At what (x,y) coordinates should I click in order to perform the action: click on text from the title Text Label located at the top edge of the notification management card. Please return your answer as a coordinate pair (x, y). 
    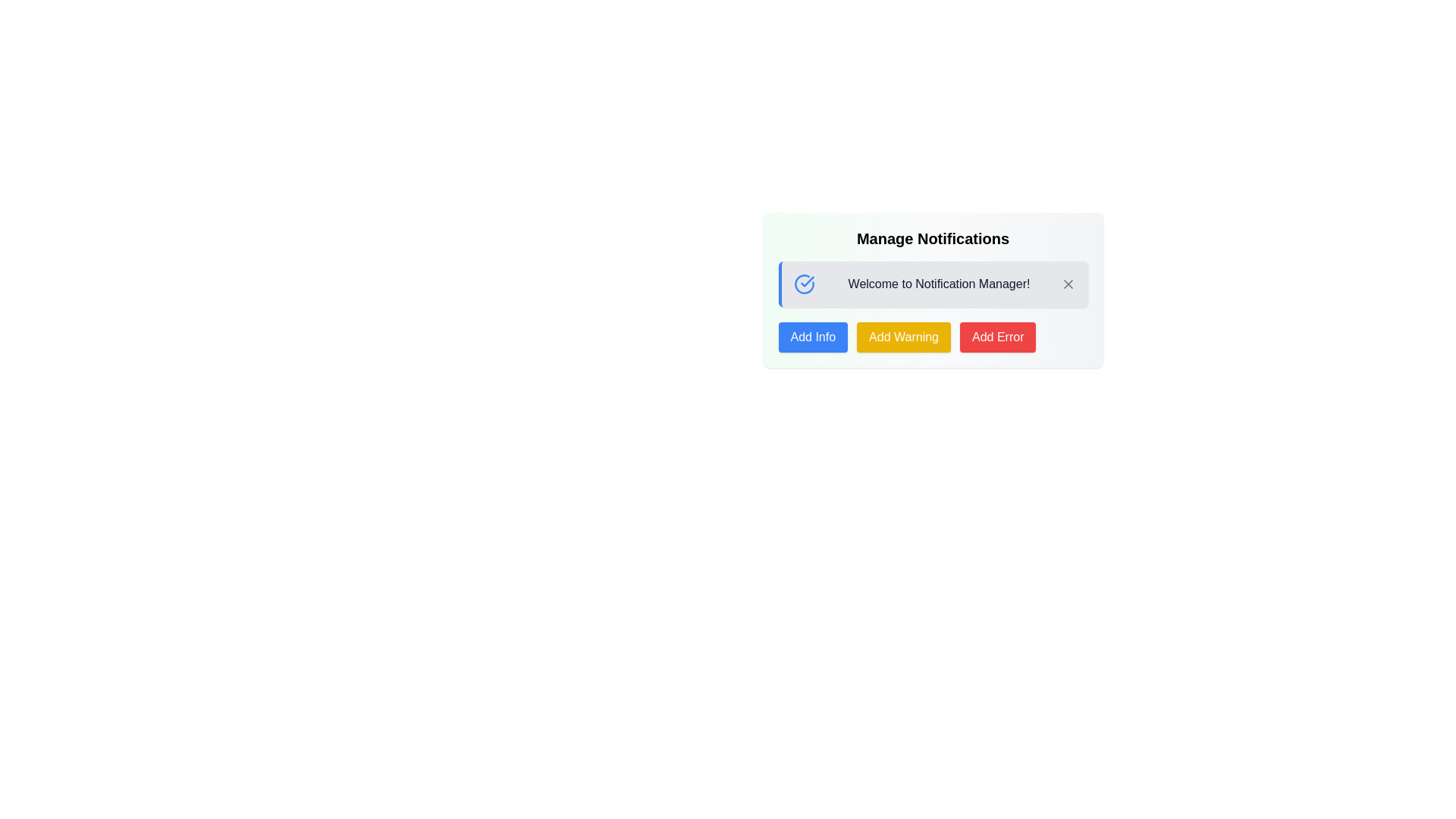
    Looking at the image, I should click on (932, 239).